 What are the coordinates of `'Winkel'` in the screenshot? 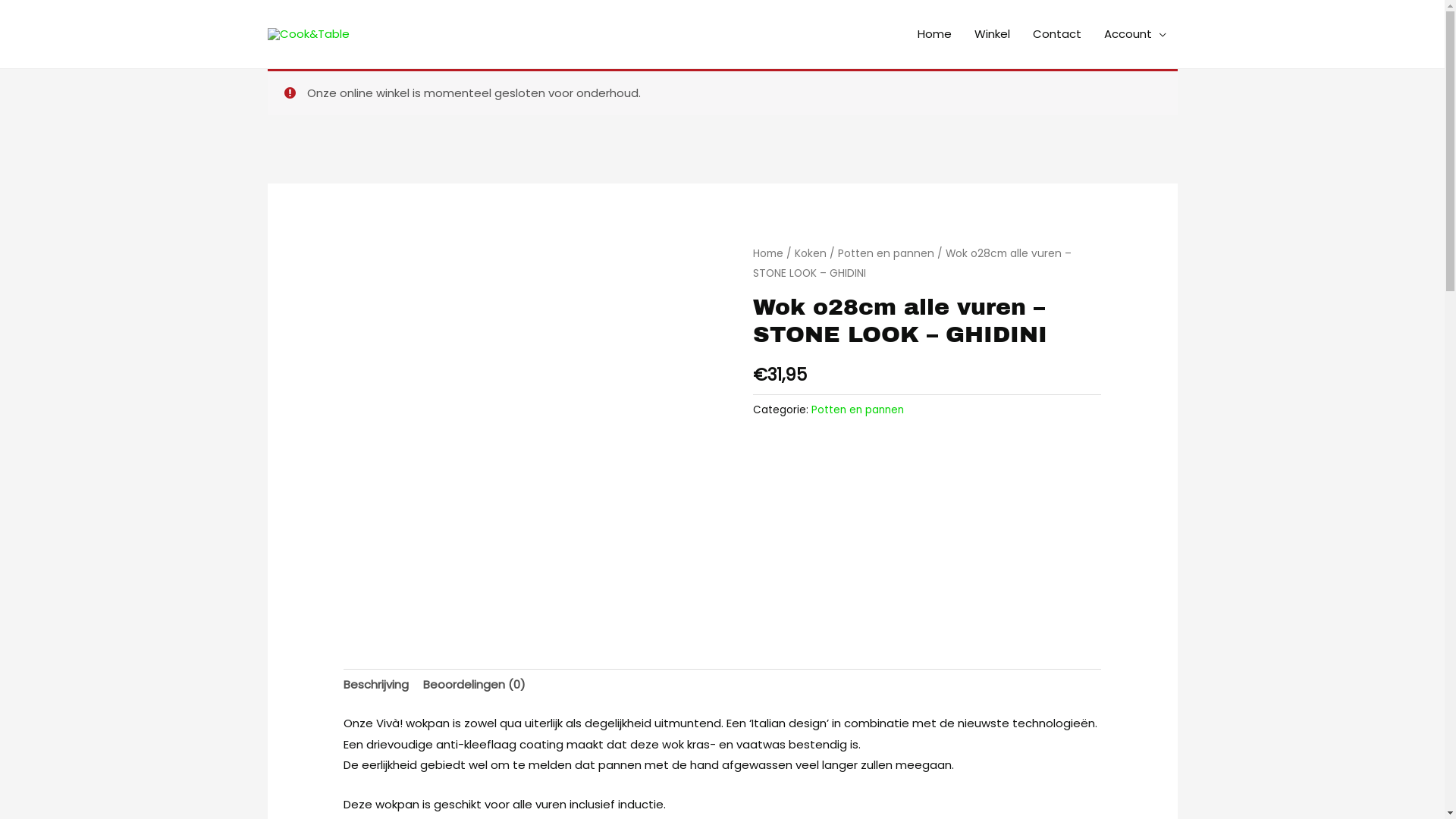 It's located at (962, 34).